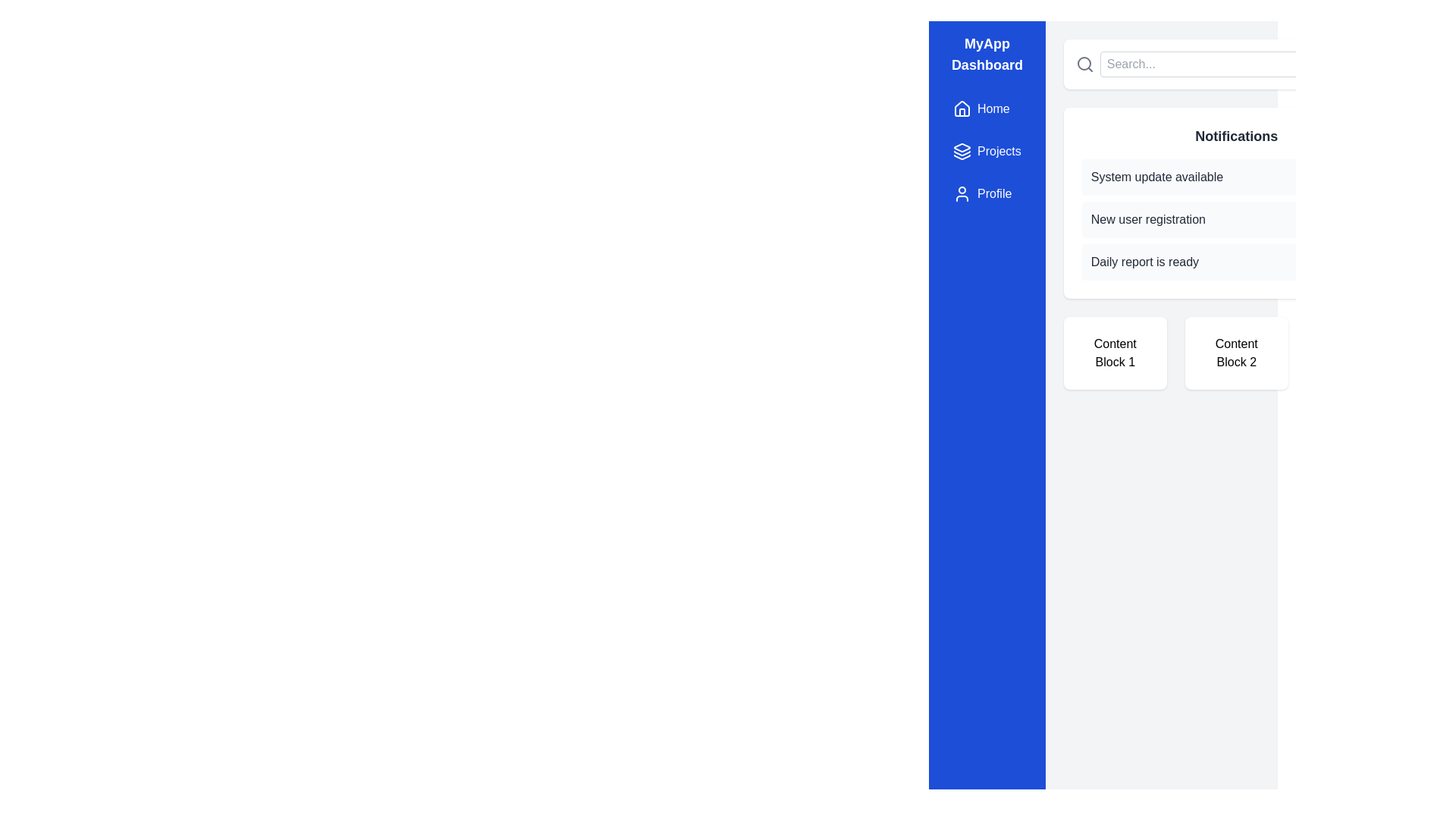 This screenshot has width=1456, height=819. What do you see at coordinates (1156, 177) in the screenshot?
I see `the static text label that notifies users about the availability of a system update, located in the top-left section of the notification block` at bounding box center [1156, 177].